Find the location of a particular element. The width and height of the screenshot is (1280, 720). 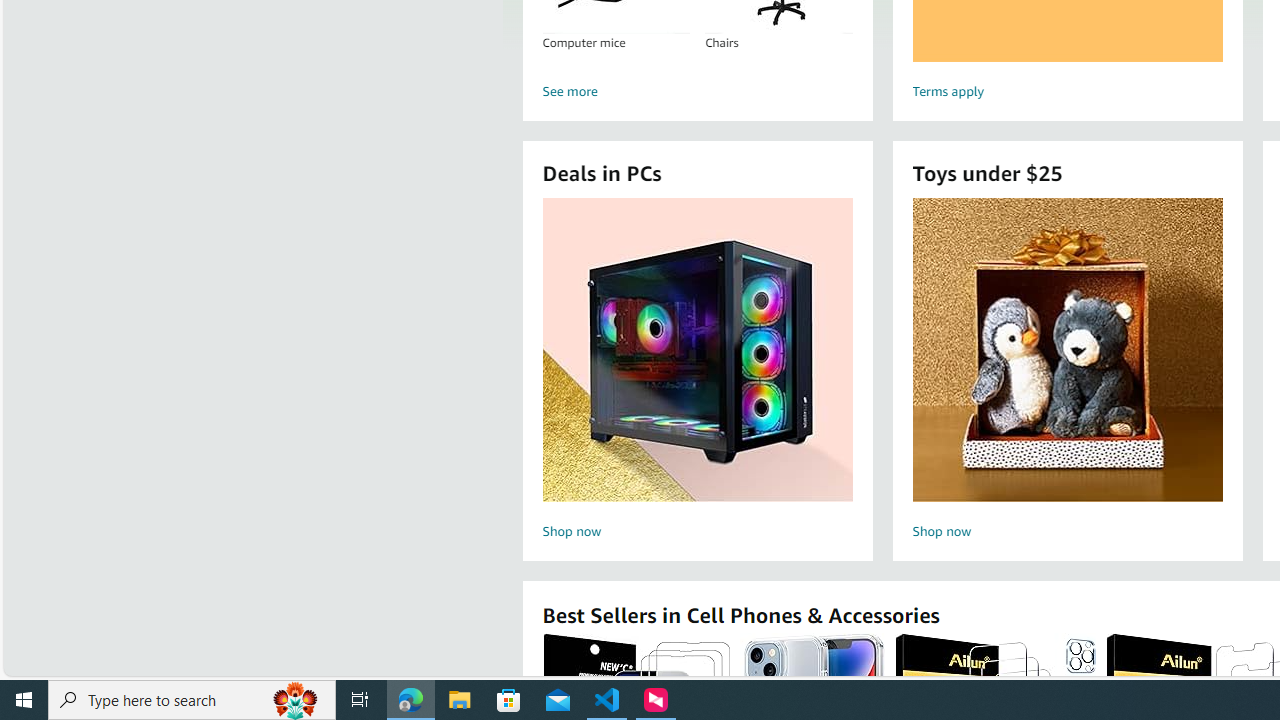

'Toys under $25' is located at coordinates (1066, 348).